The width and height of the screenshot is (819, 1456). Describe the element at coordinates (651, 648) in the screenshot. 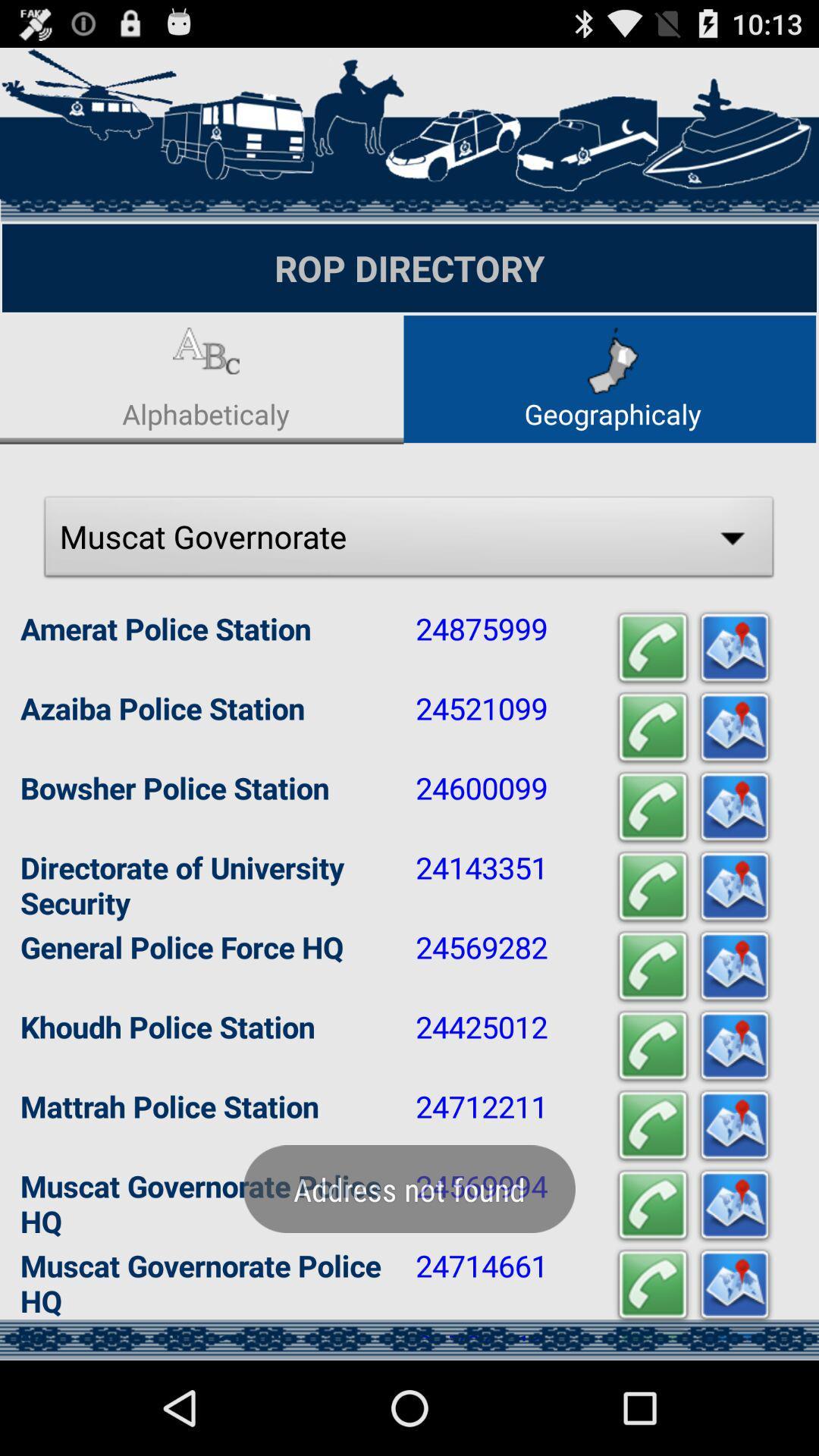

I see `the first icon which is right to the number 24875999` at that location.